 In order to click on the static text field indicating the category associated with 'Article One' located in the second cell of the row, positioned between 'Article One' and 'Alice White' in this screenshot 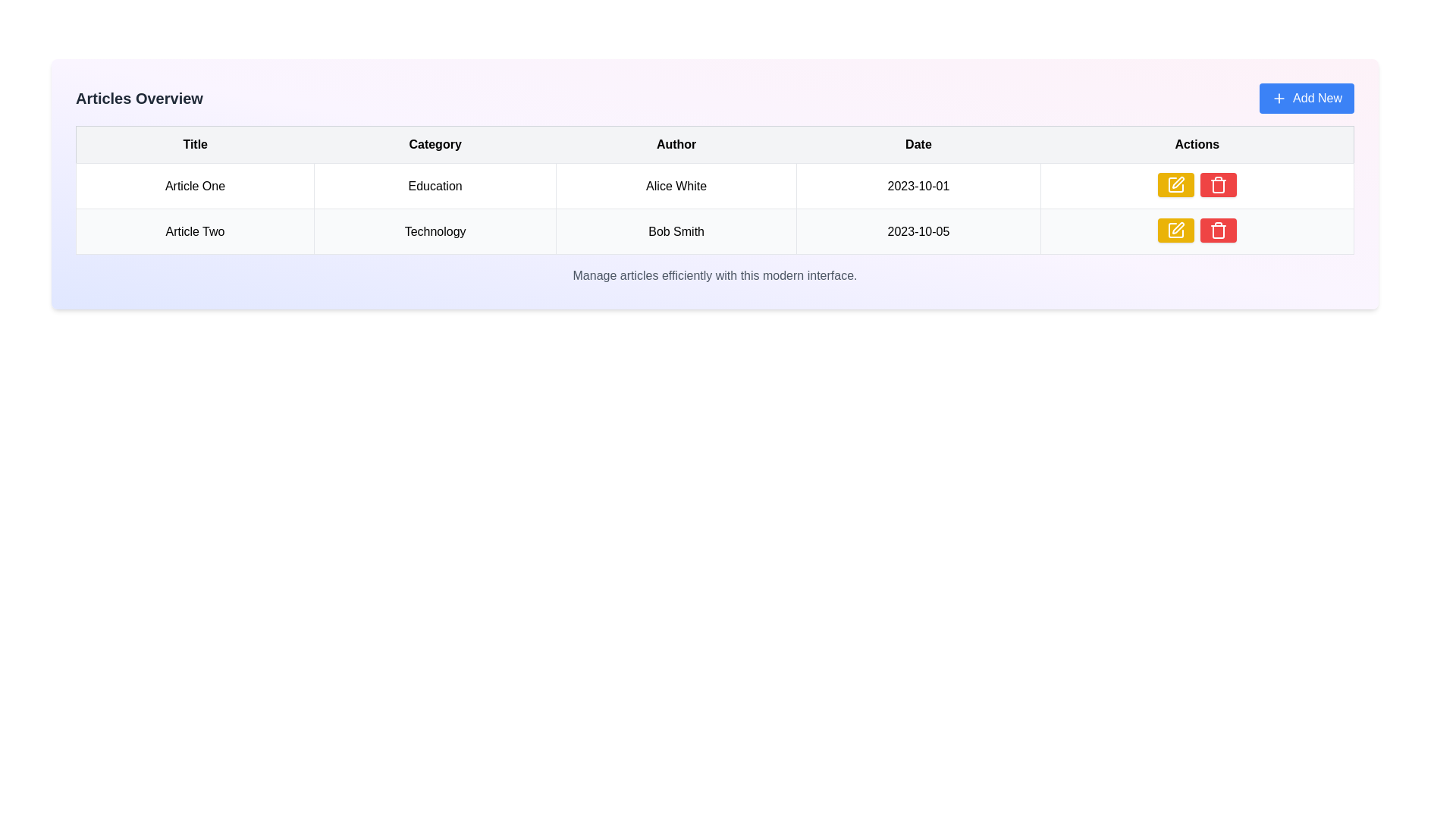, I will do `click(435, 185)`.